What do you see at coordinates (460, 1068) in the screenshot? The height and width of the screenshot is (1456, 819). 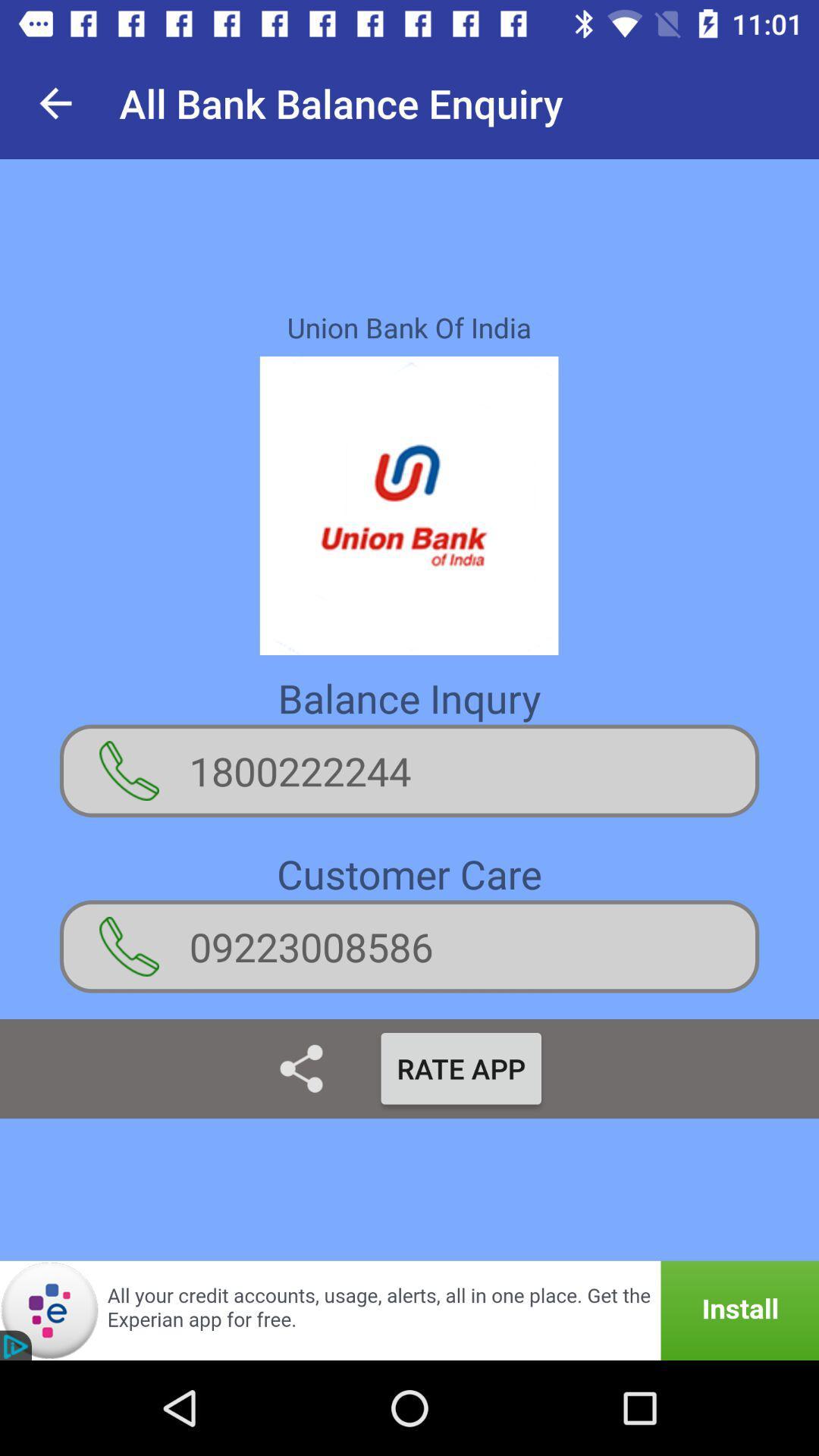 I see `rate app button` at bounding box center [460, 1068].